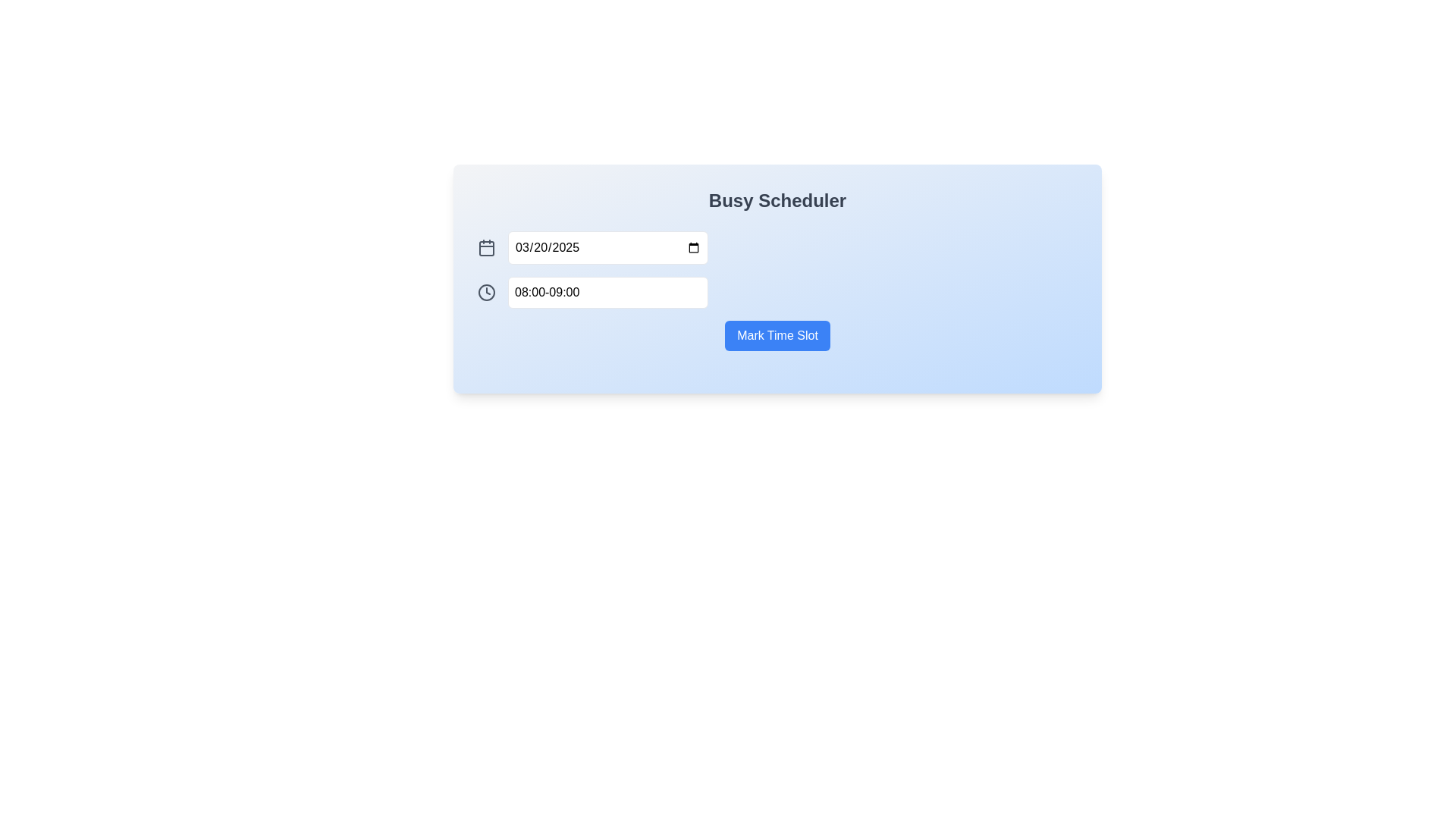 This screenshot has width=1456, height=819. Describe the element at coordinates (487, 292) in the screenshot. I see `the clock icon, which is a minimalist lined art style image with a circular outline and clock hands, located to the left of the time input field` at that location.